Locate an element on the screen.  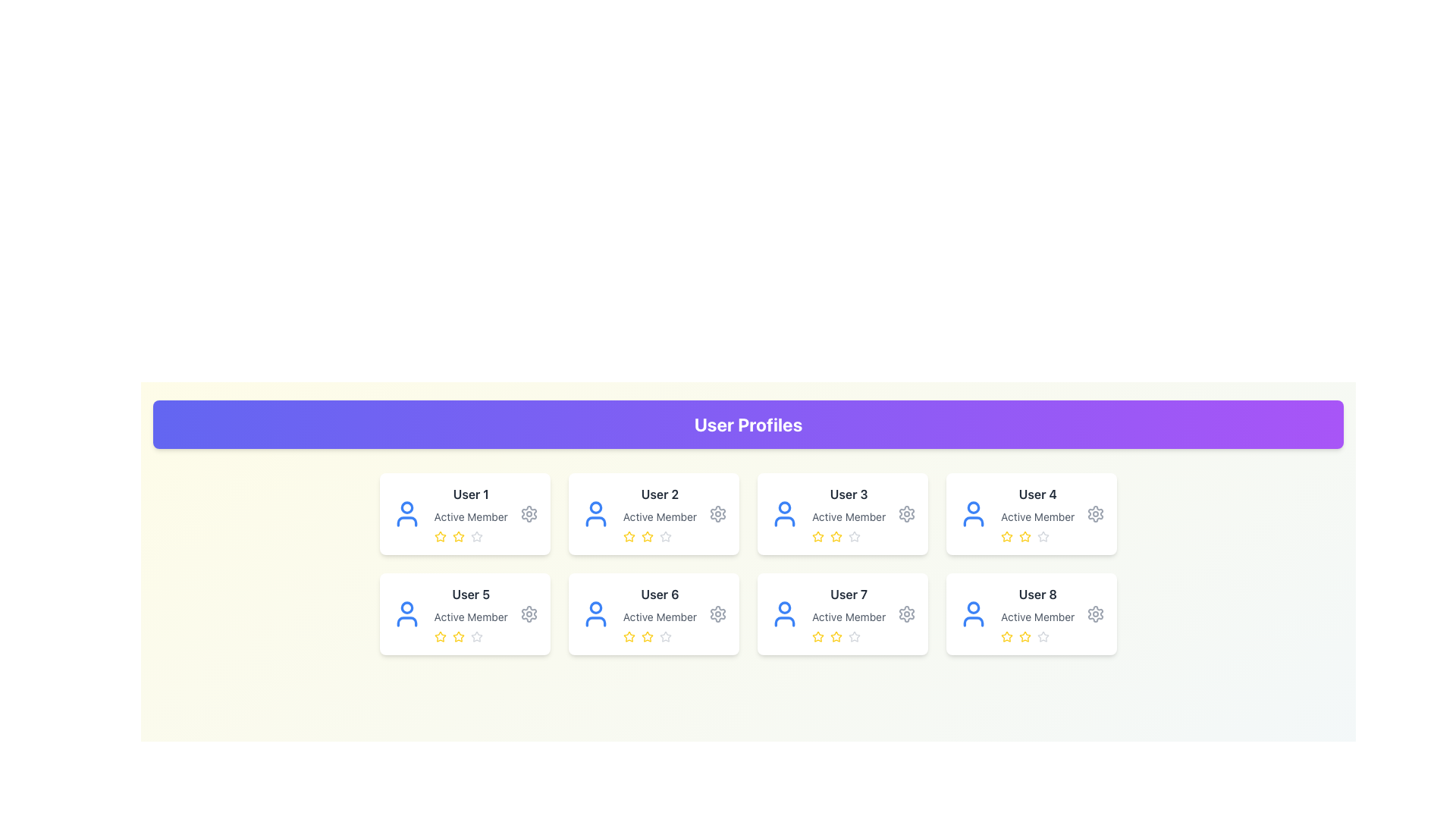
the fifth star icon in the rating system for 'User 3' in the 'User Profiles' section for keyboard interaction is located at coordinates (855, 536).